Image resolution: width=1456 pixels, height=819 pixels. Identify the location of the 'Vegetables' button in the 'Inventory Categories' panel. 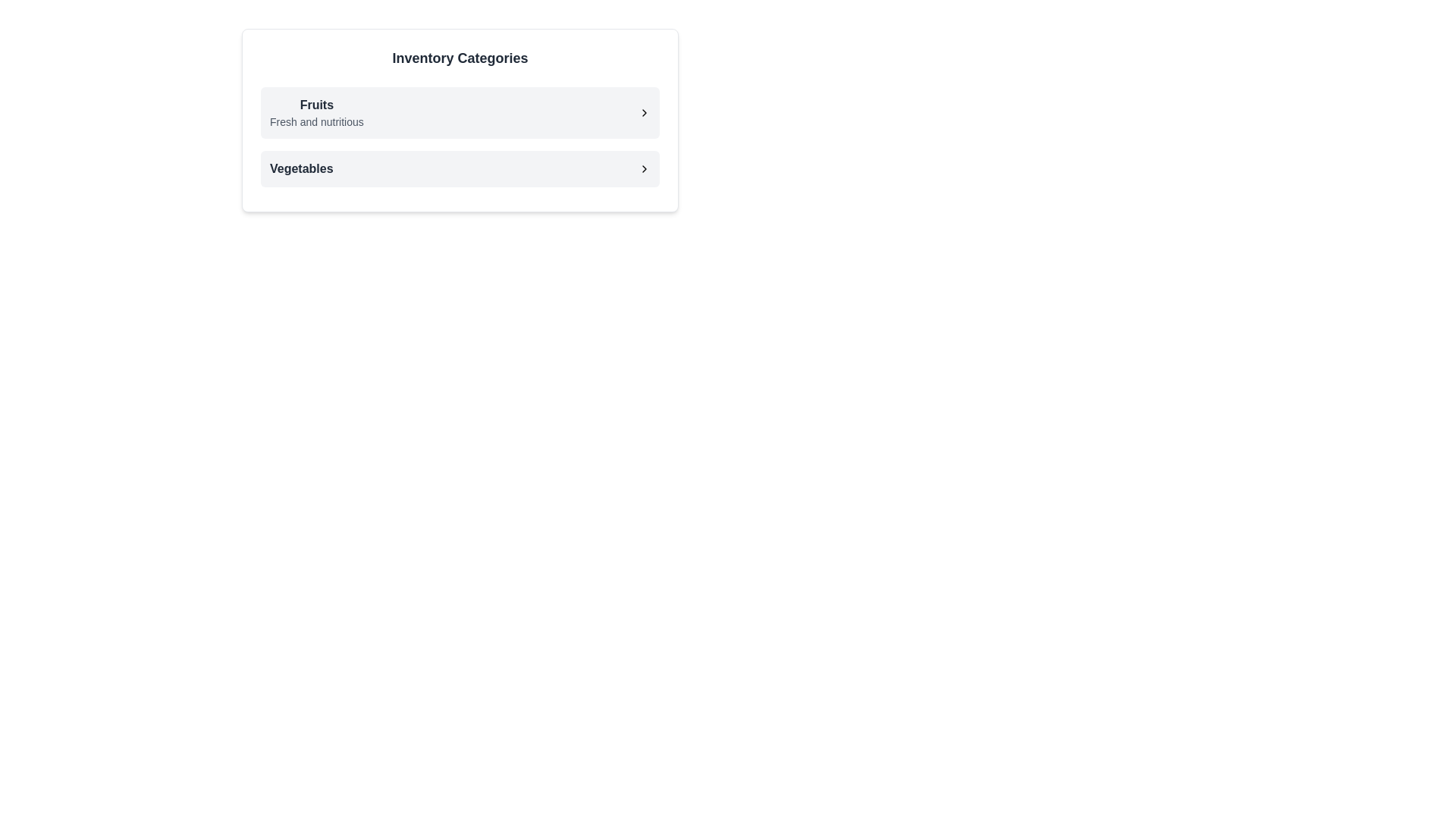
(459, 169).